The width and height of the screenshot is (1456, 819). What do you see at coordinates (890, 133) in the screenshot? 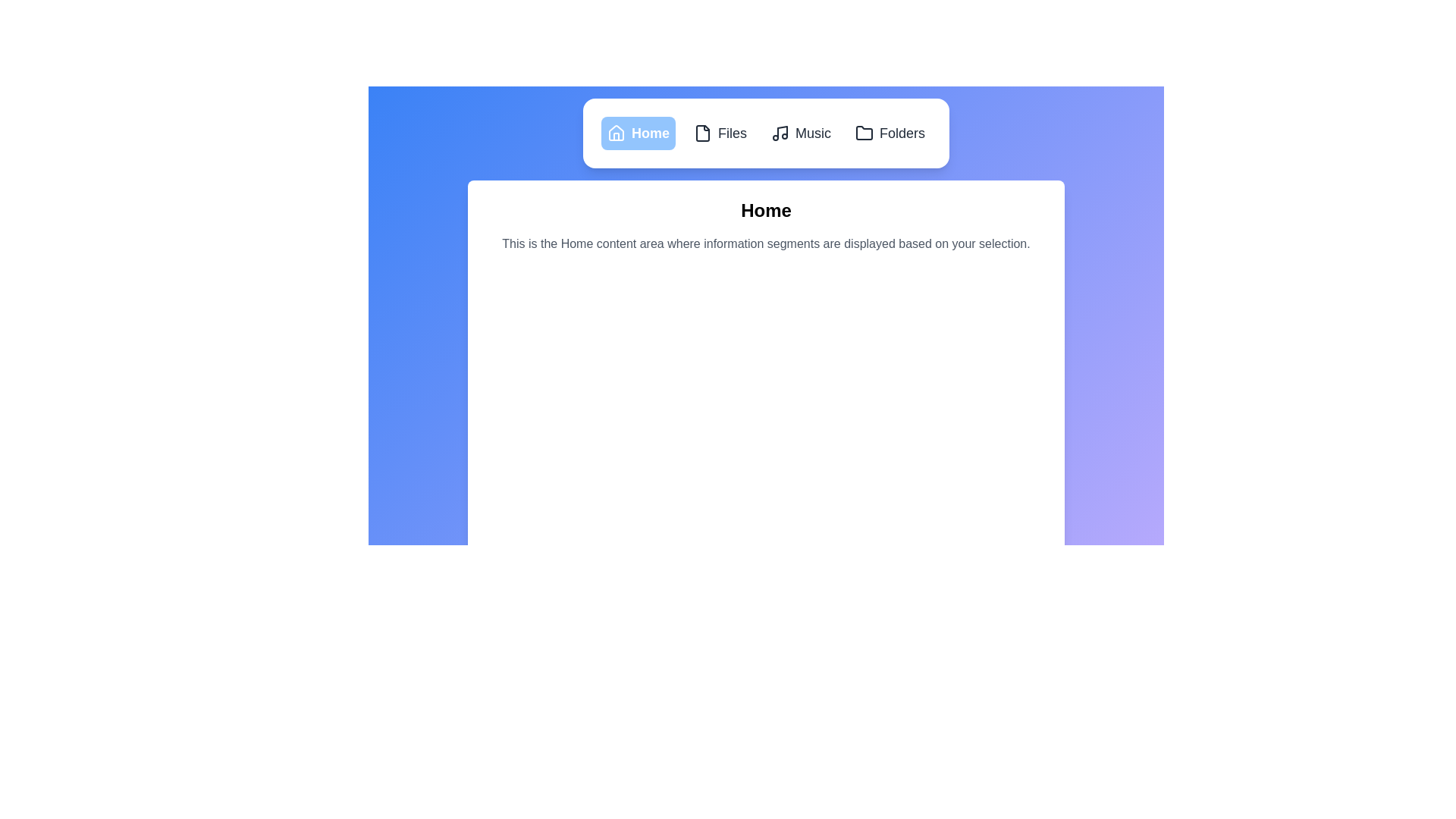
I see `the tab labeled Folders to navigate to its content` at bounding box center [890, 133].